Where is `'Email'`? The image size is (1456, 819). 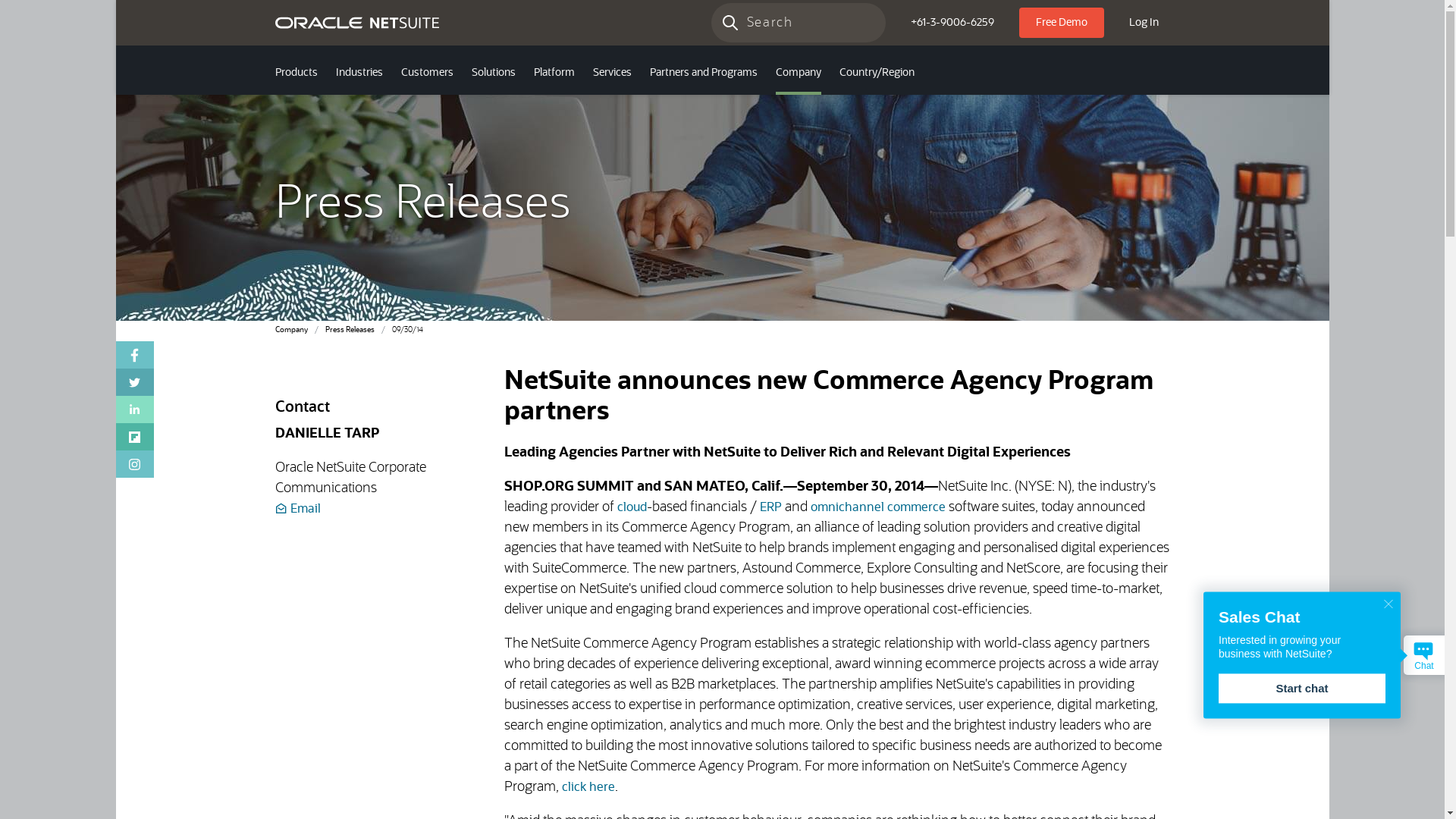 'Email' is located at coordinates (297, 509).